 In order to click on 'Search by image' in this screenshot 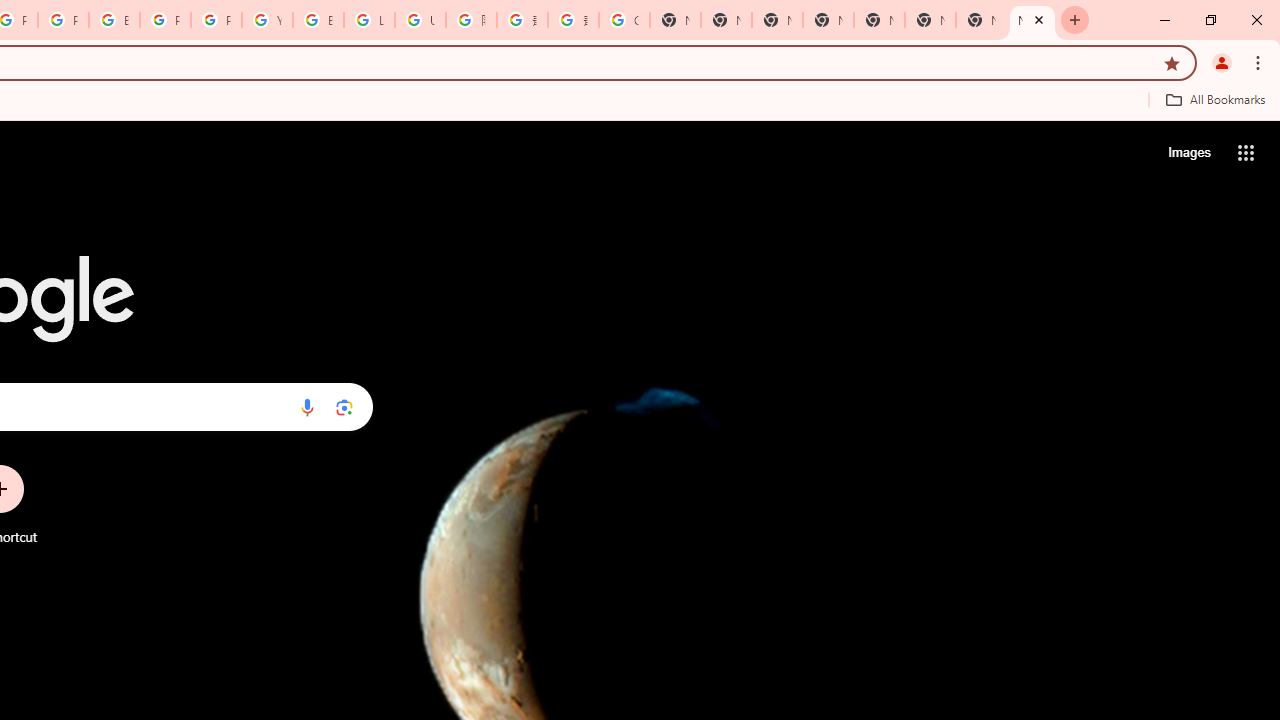, I will do `click(344, 406)`.